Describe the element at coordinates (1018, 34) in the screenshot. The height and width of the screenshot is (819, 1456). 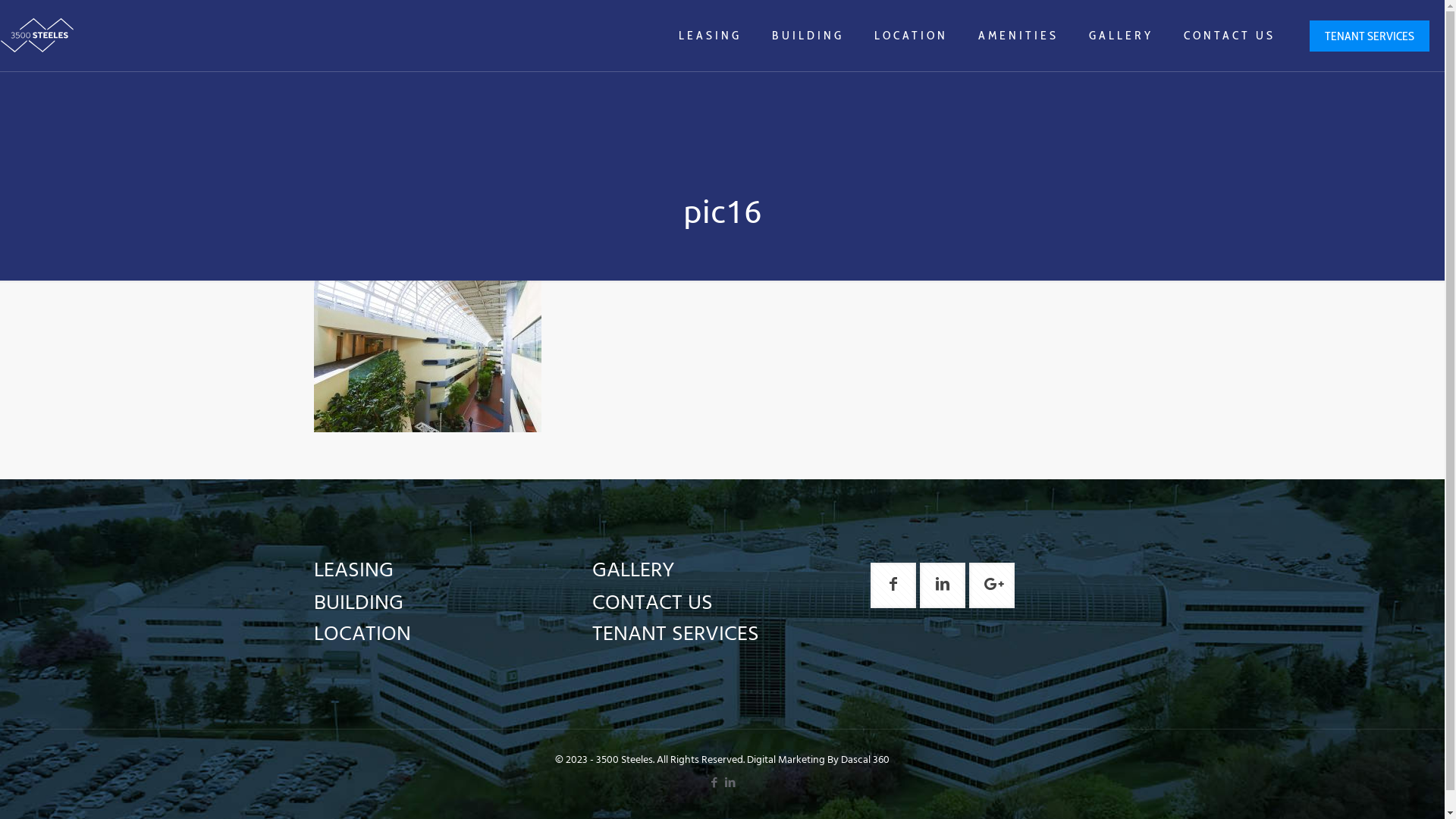
I see `'AMENITIES'` at that location.